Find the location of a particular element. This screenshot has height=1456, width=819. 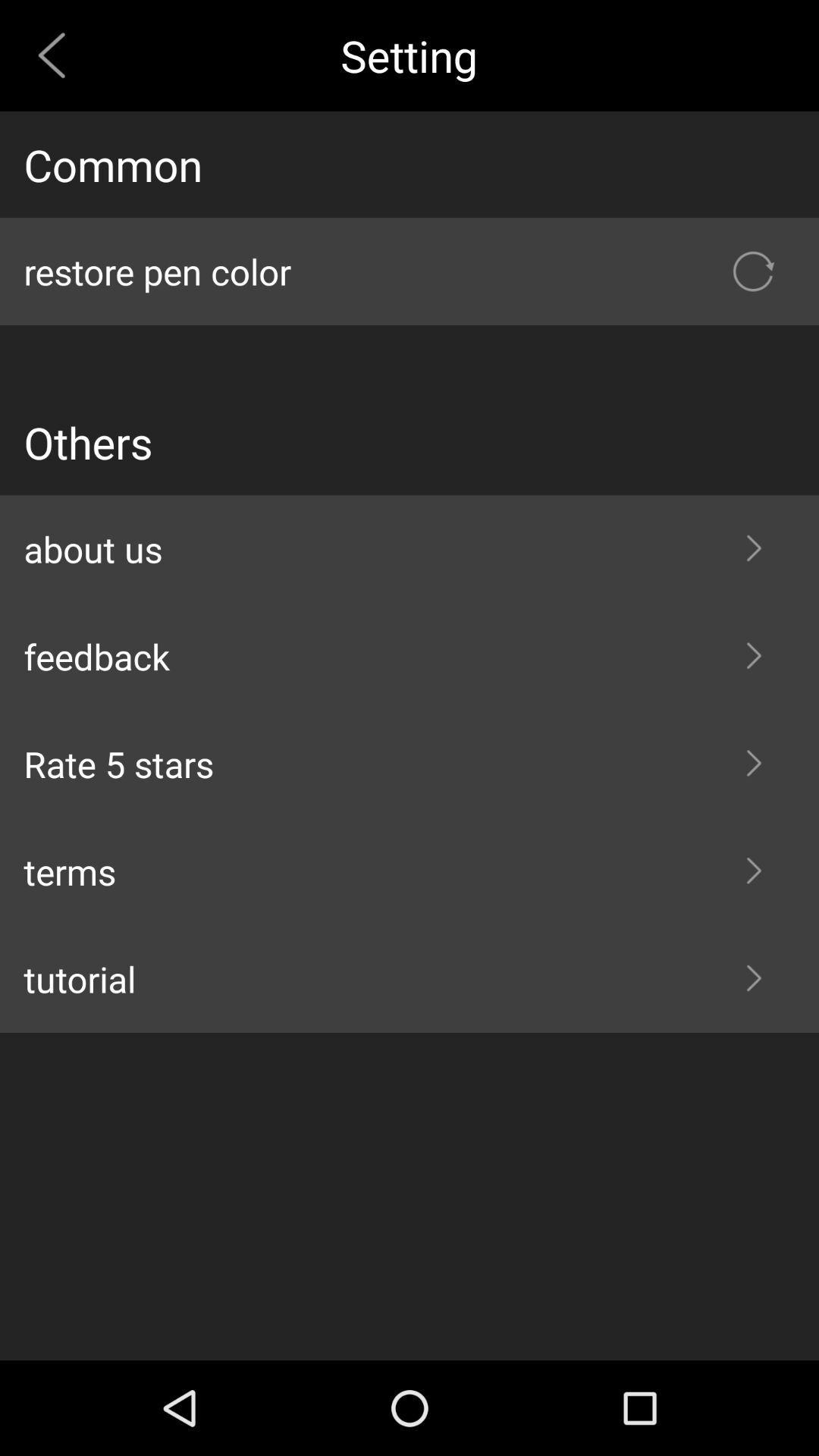

restore pen color icon is located at coordinates (409, 271).